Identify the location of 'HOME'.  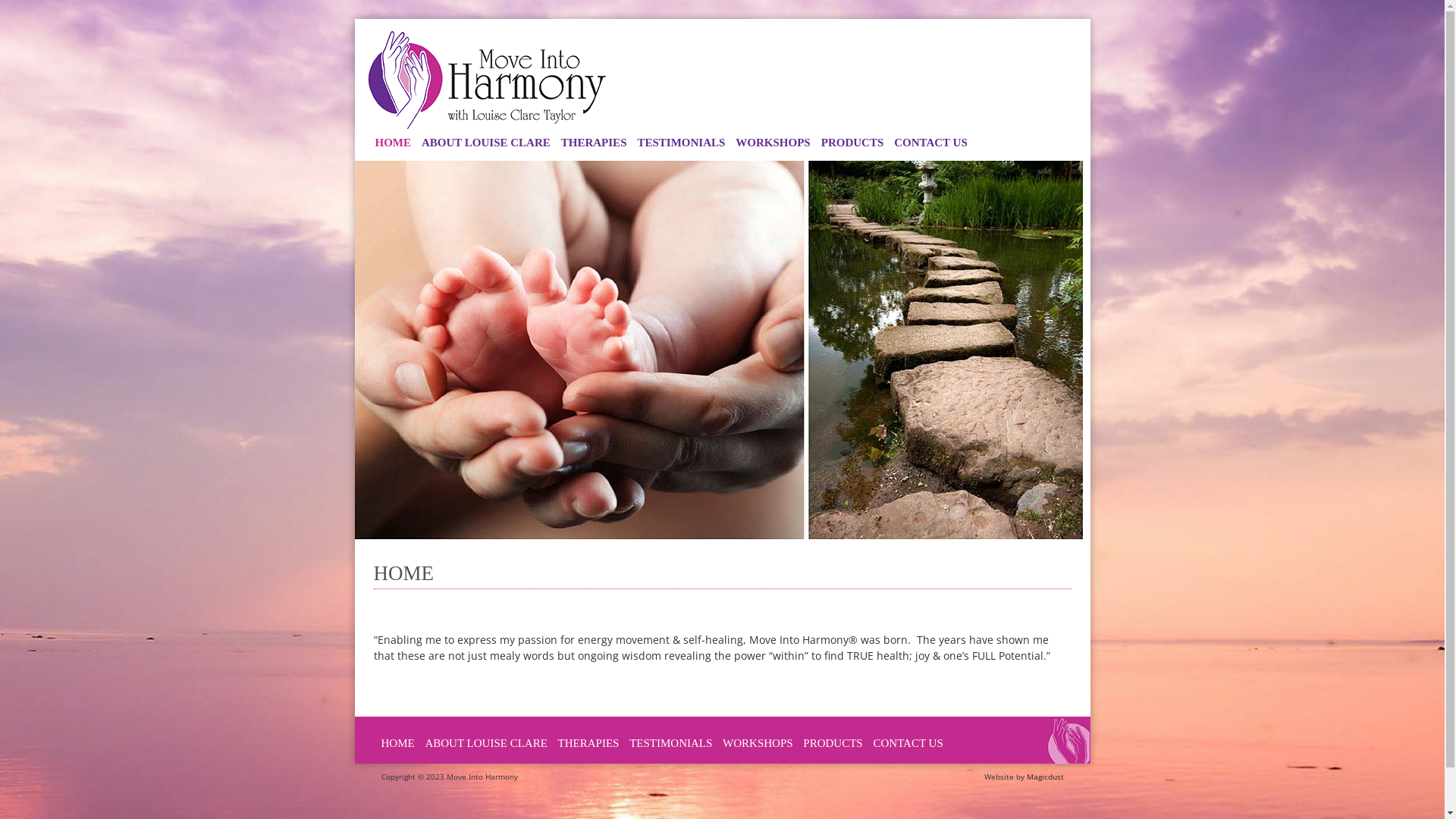
(393, 143).